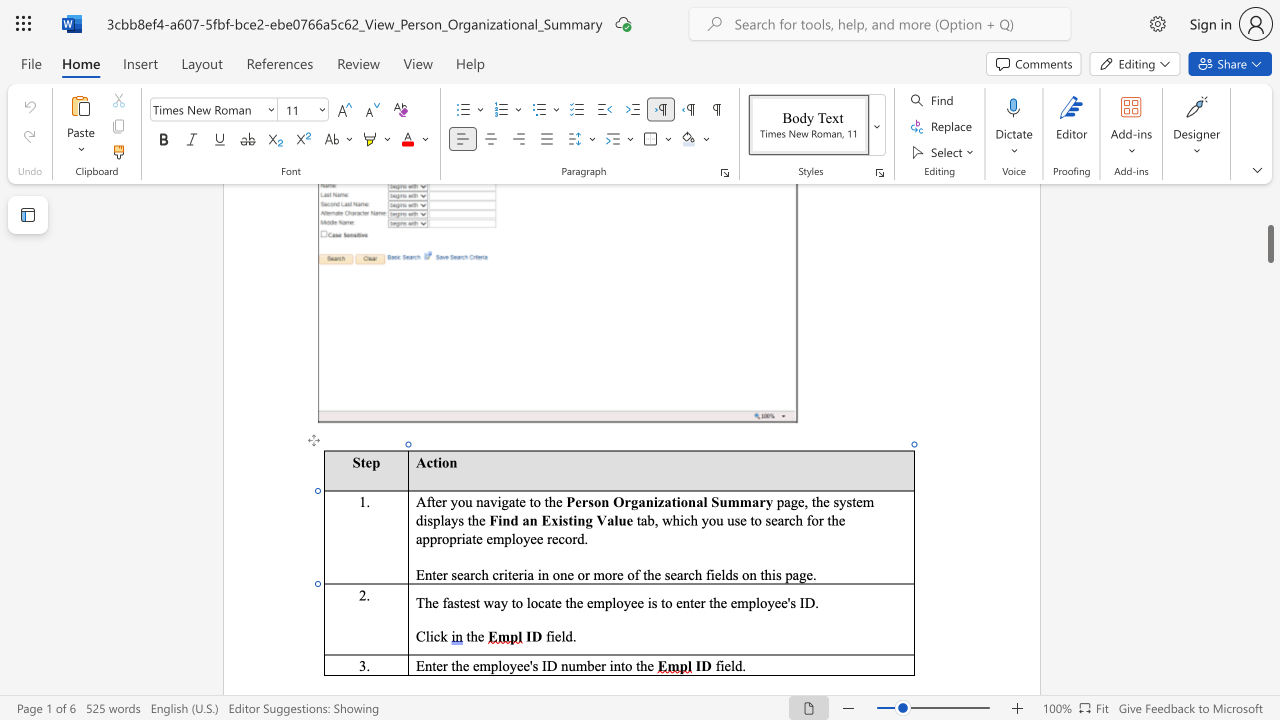 The width and height of the screenshot is (1280, 720). What do you see at coordinates (424, 501) in the screenshot?
I see `the space between the continuous character "A" and "f" in the text` at bounding box center [424, 501].